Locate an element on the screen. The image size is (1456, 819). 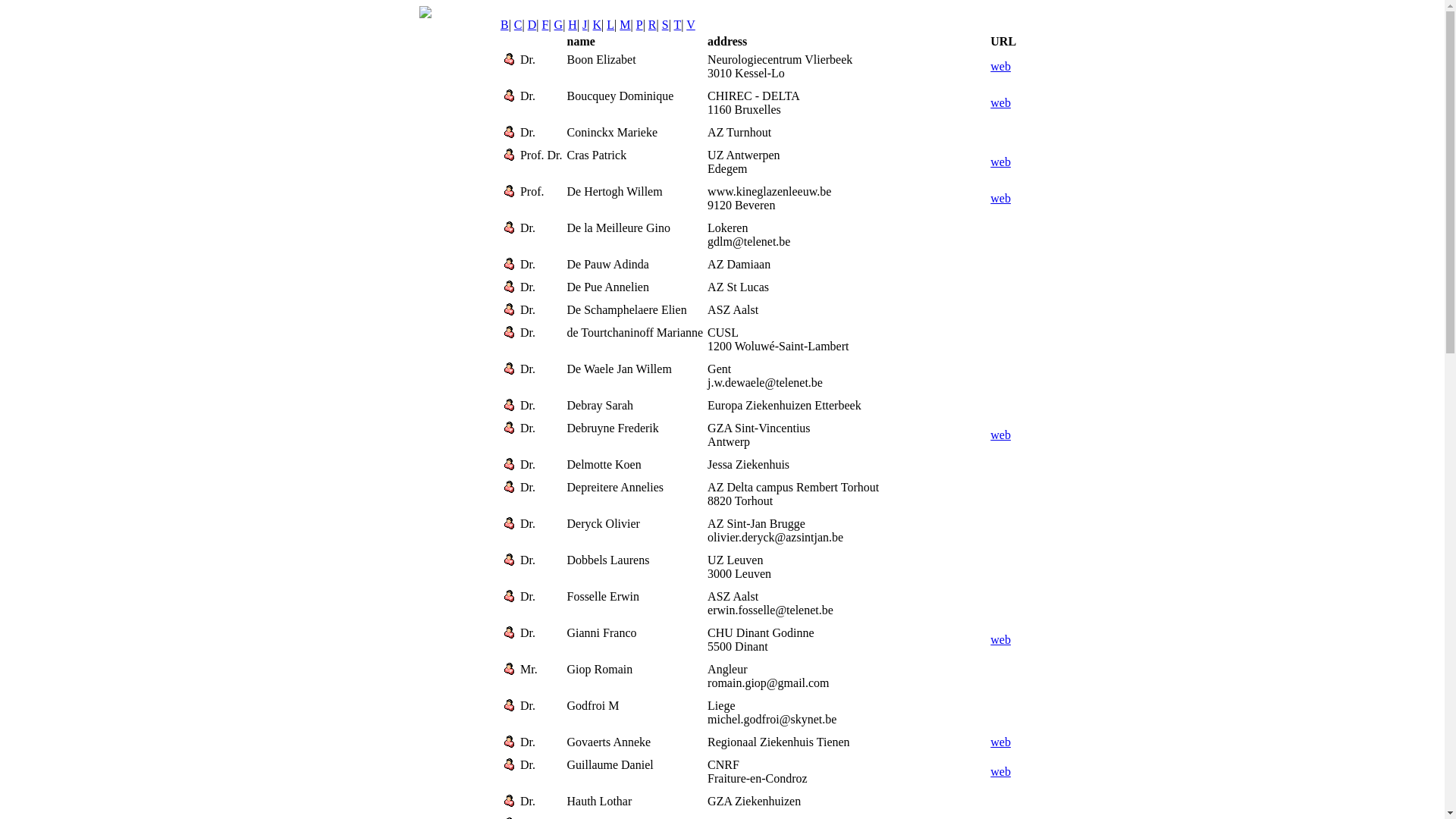
'web' is located at coordinates (1000, 197).